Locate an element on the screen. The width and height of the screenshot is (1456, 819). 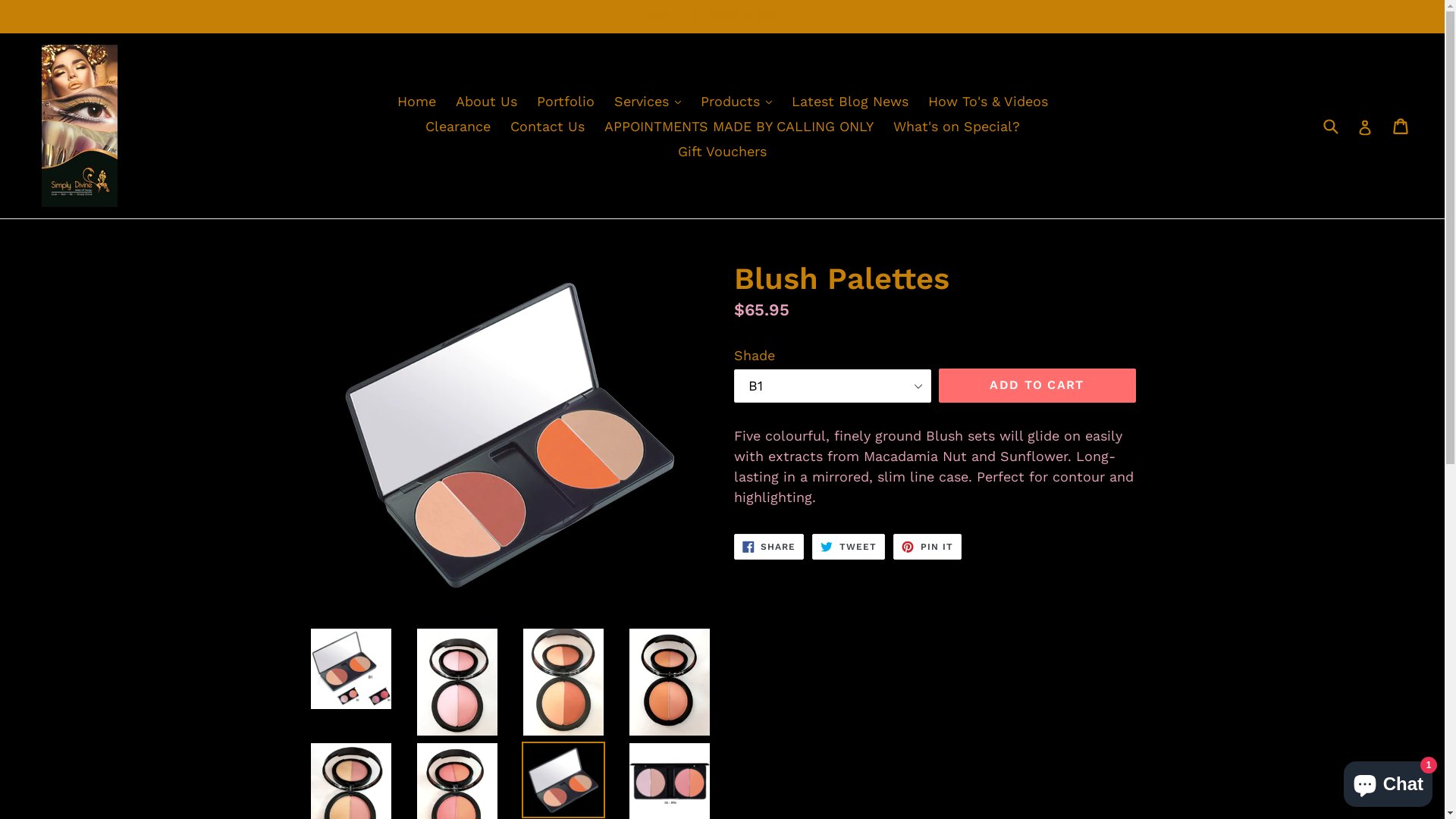
'About Us' is located at coordinates (447, 100).